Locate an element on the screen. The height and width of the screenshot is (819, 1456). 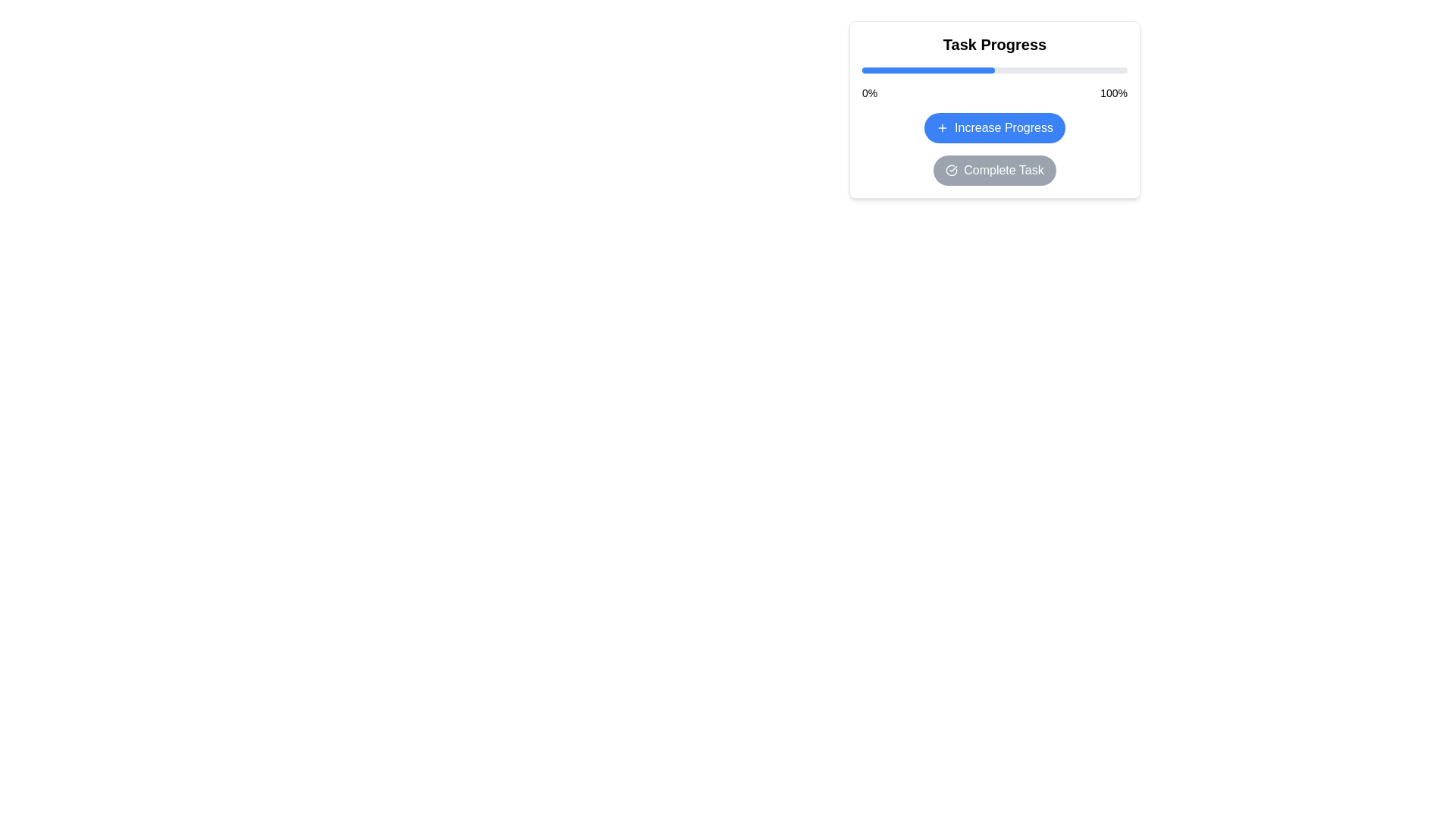
the 'Complete Task' button with gray background and white text located at the bottom of the 'Task Progress' card is located at coordinates (994, 170).